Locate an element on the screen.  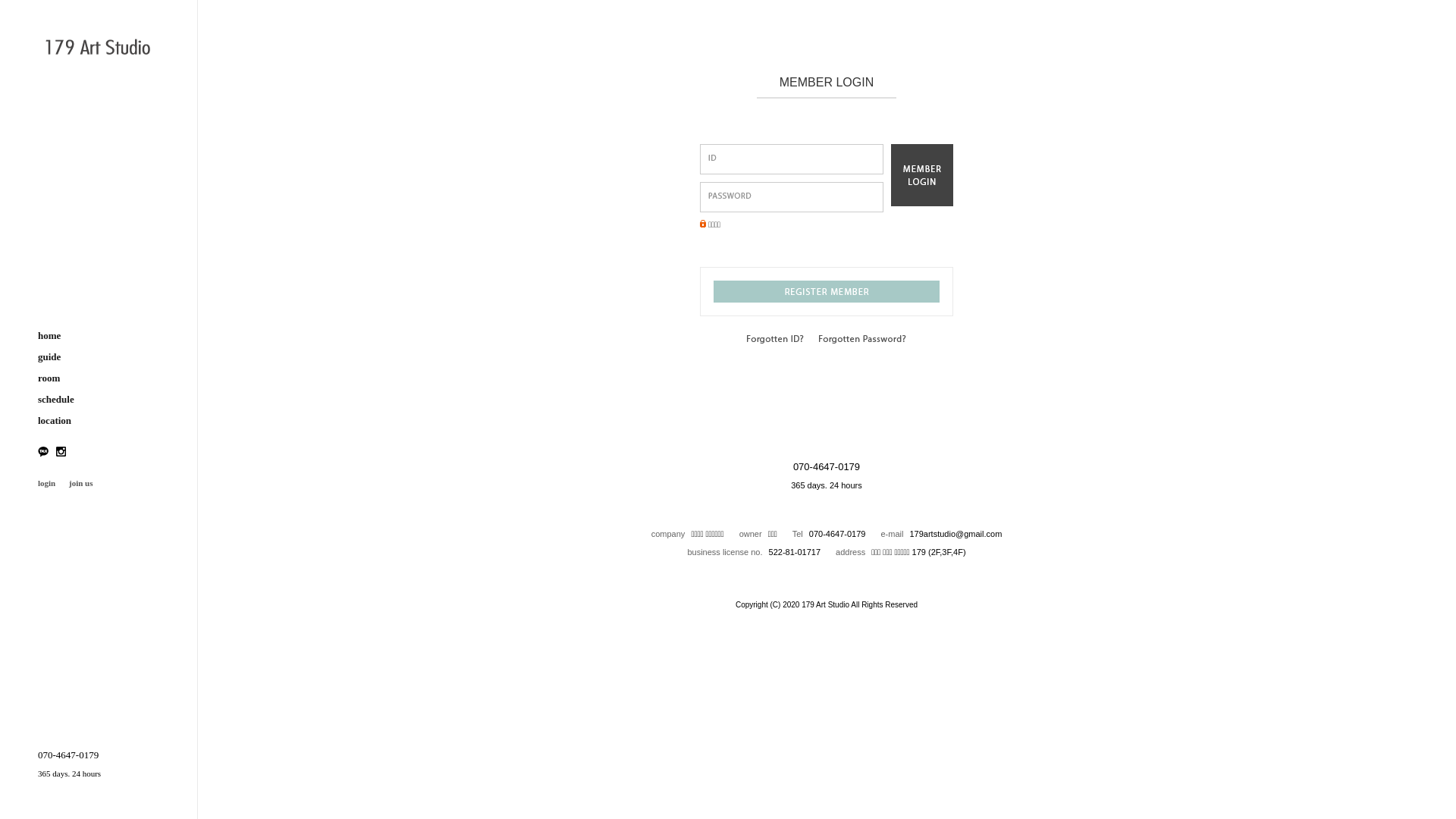
'guide' is located at coordinates (97, 356).